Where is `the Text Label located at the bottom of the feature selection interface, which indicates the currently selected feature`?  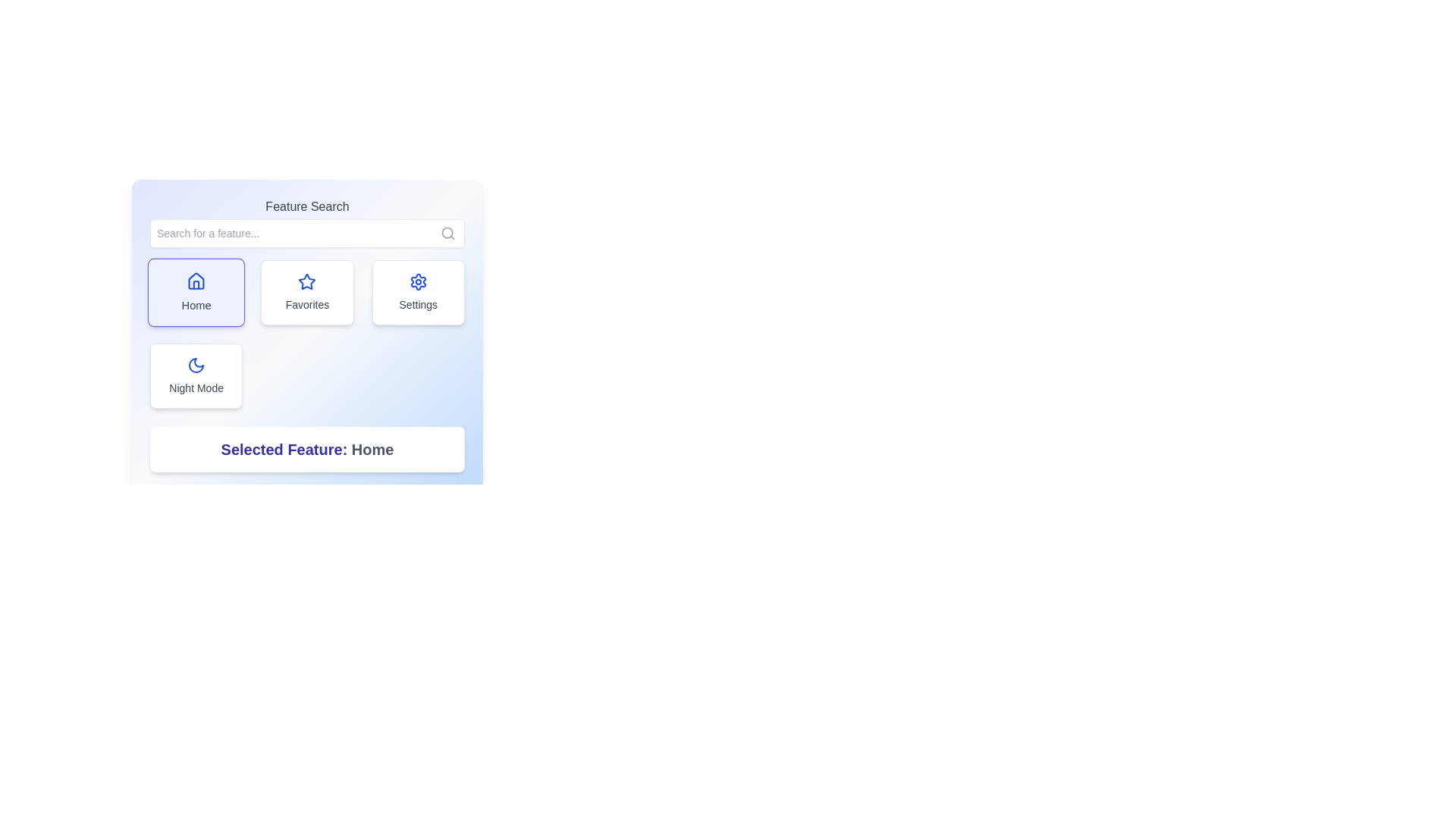
the Text Label located at the bottom of the feature selection interface, which indicates the currently selected feature is located at coordinates (306, 449).